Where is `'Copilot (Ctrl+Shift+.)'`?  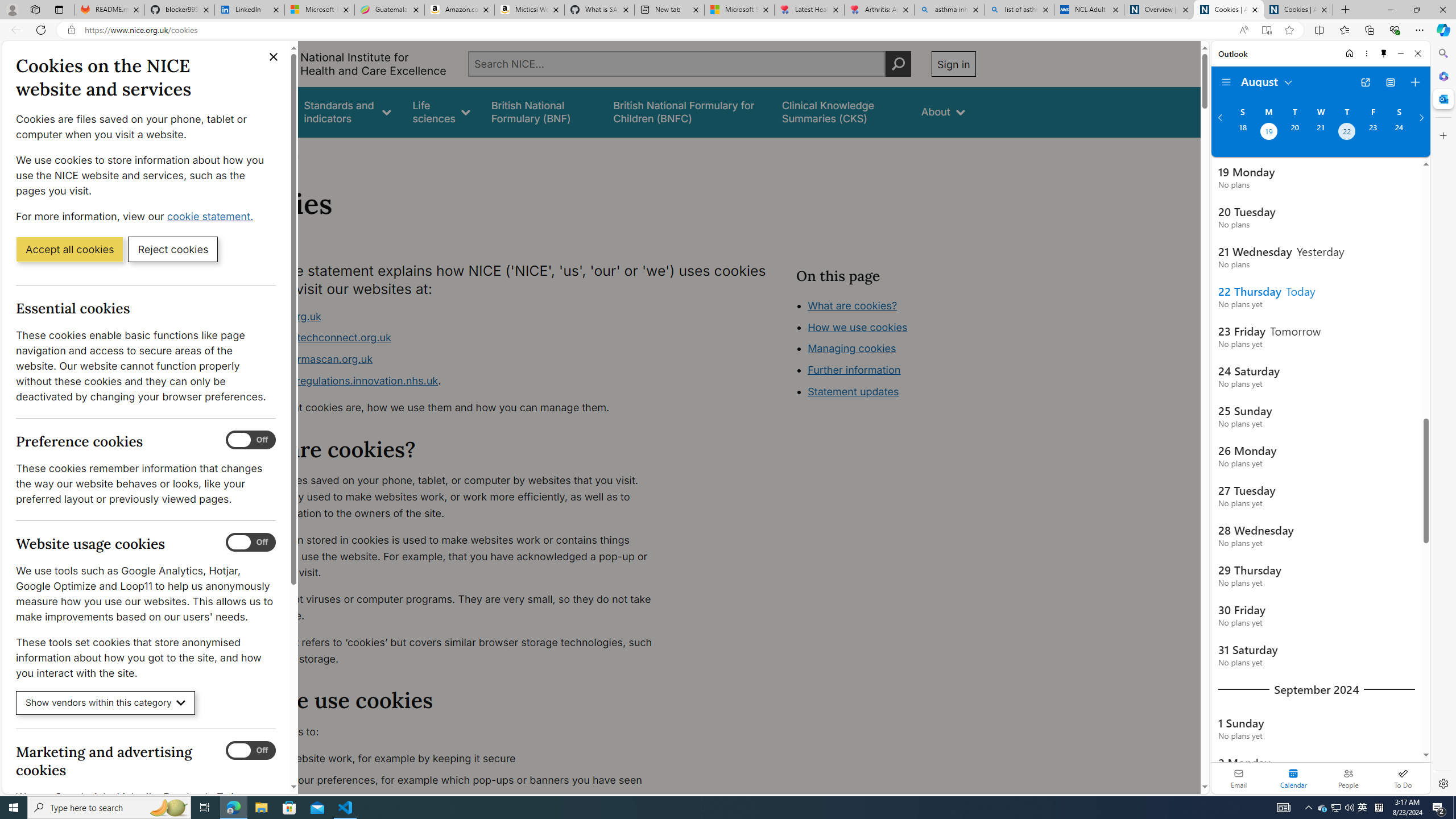
'Copilot (Ctrl+Shift+.)' is located at coordinates (1442, 29).